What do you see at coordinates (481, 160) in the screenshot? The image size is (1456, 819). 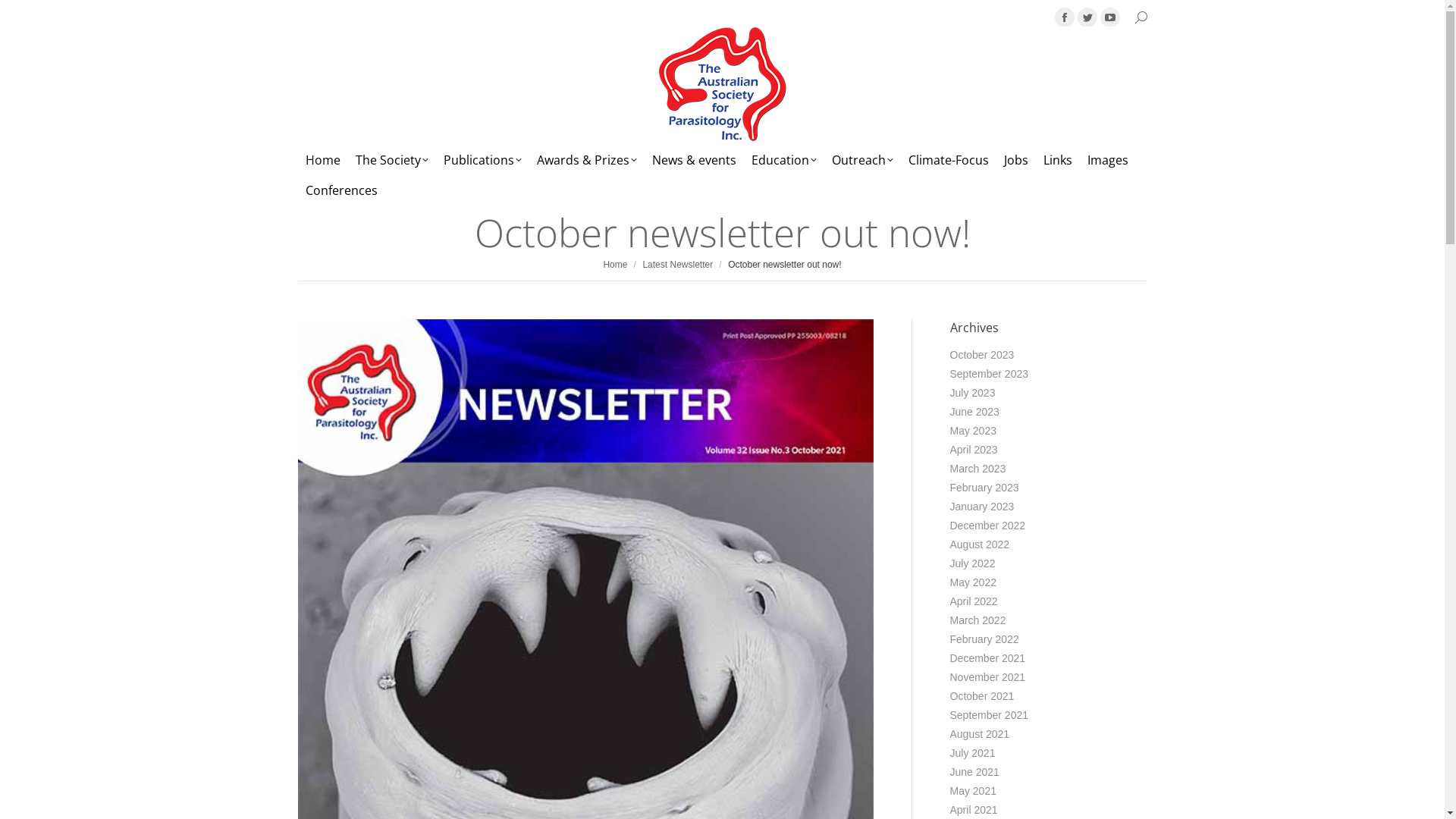 I see `'Publications'` at bounding box center [481, 160].